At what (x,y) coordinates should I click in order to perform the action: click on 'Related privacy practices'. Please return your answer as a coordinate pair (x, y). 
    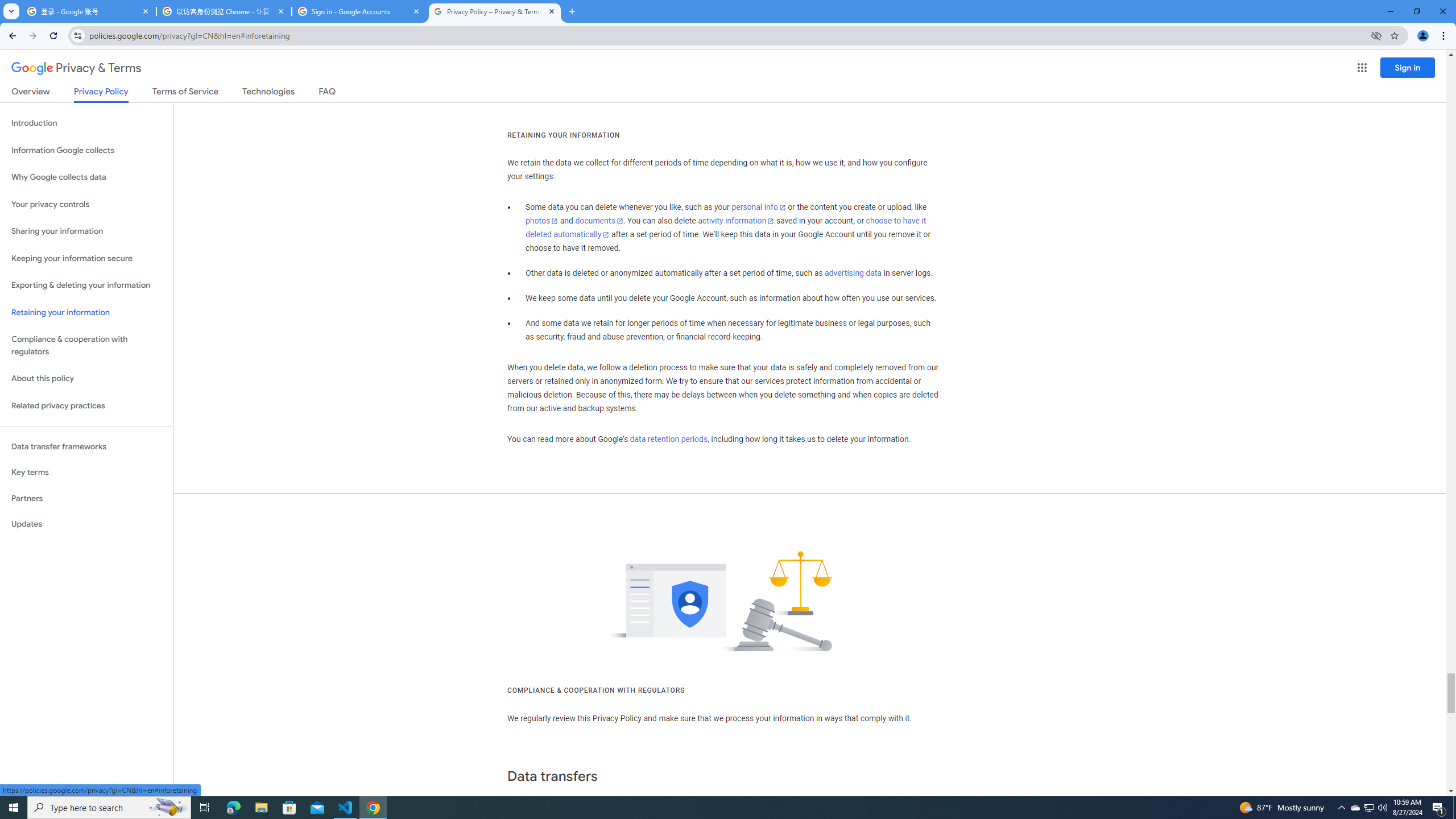
    Looking at the image, I should click on (86, 405).